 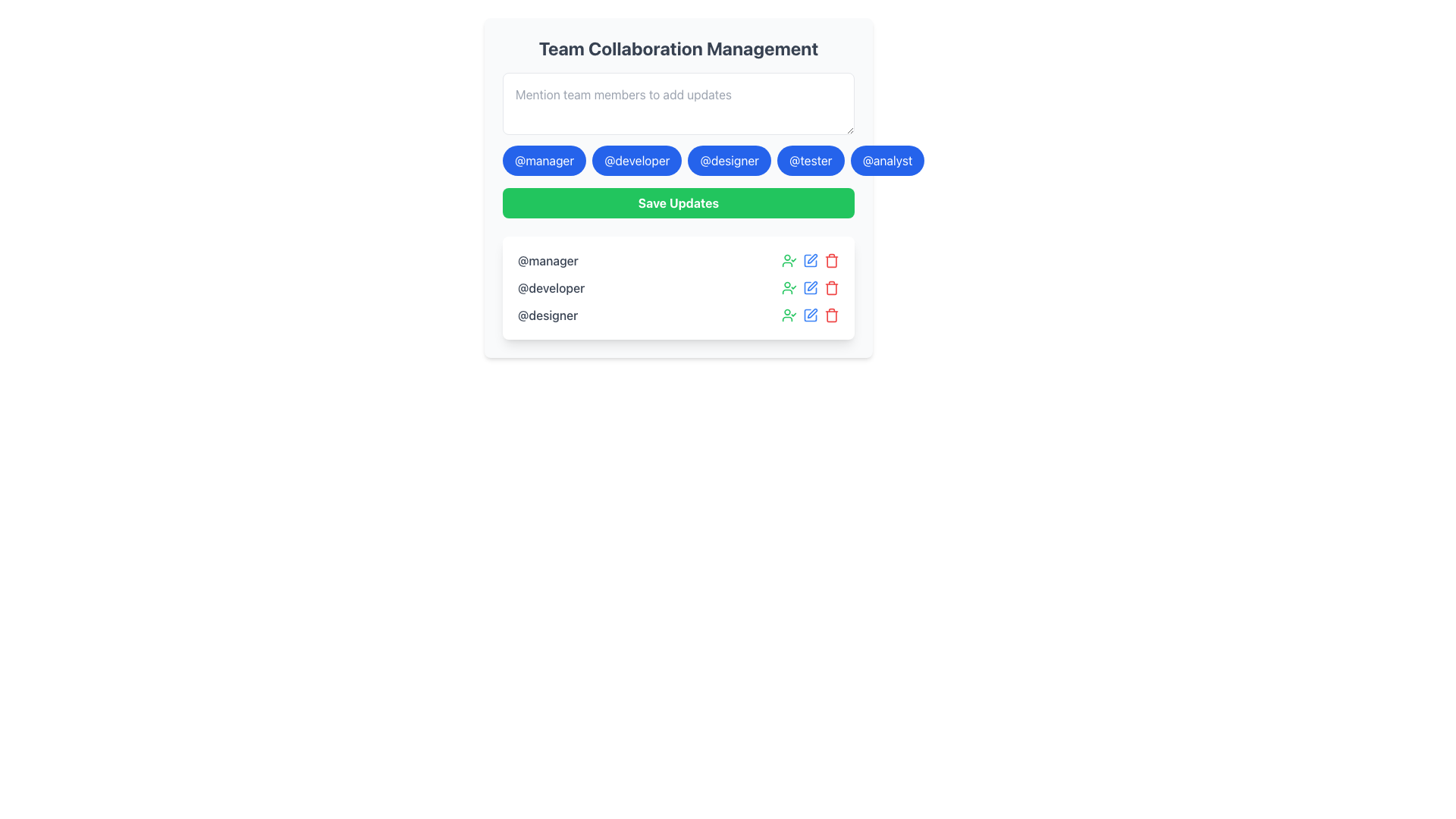 I want to click on the text input field located beneath the 'Team Collaboration Management' title for accessing the context menu, so click(x=677, y=103).